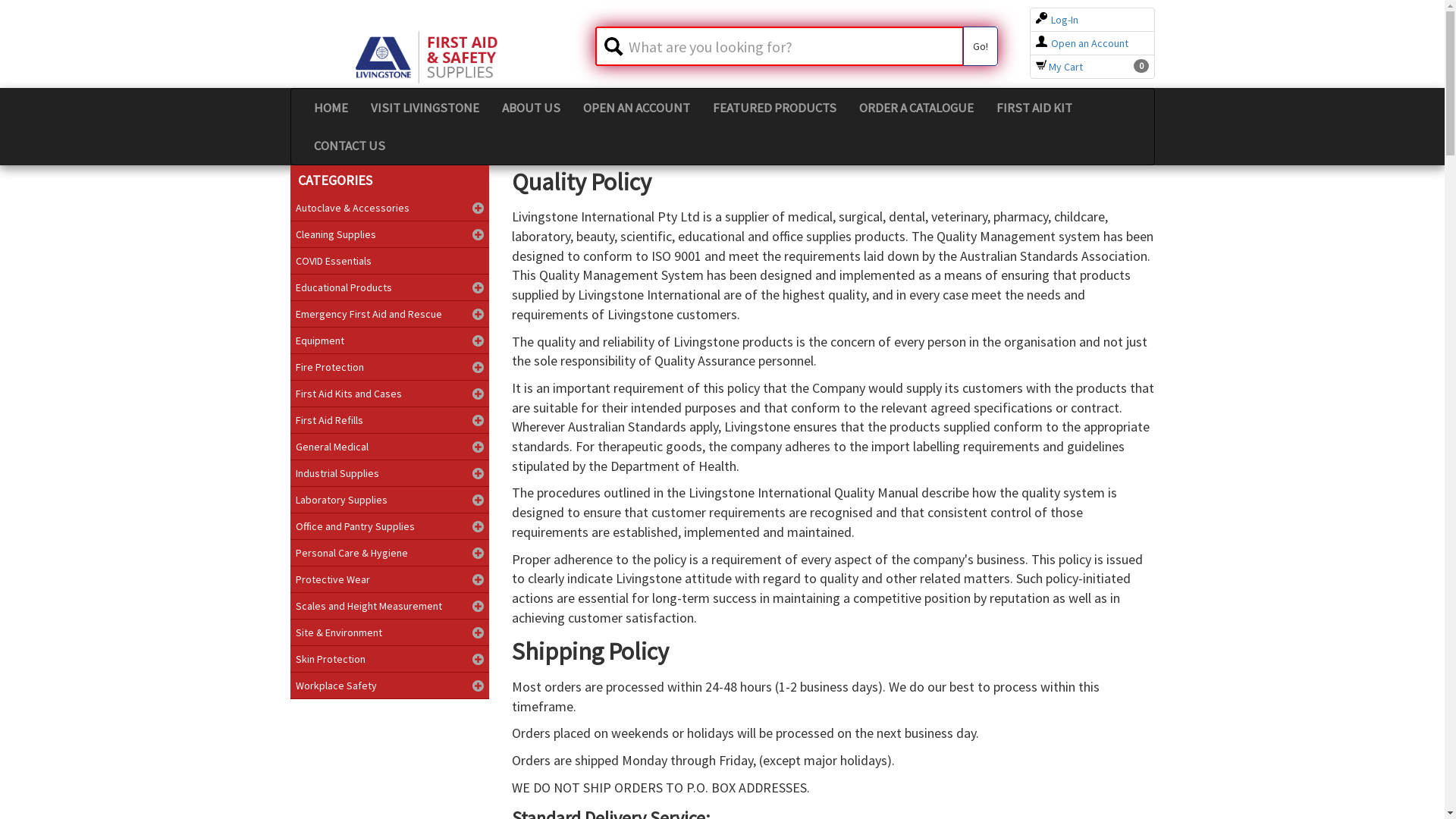 This screenshot has height=819, width=1456. I want to click on 'Scales and Height Measurement', so click(290, 604).